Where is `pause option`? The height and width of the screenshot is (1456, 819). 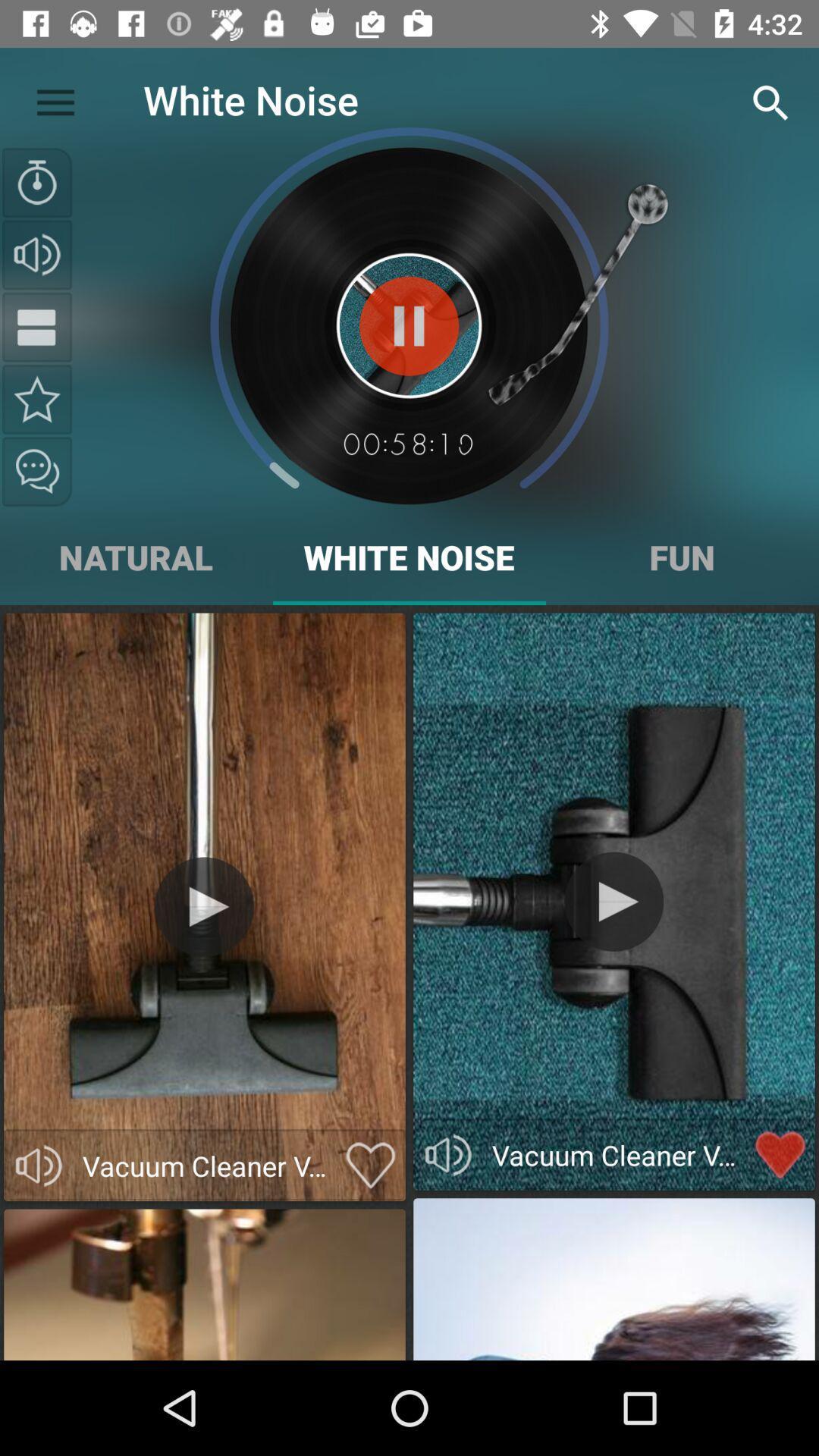 pause option is located at coordinates (36, 326).